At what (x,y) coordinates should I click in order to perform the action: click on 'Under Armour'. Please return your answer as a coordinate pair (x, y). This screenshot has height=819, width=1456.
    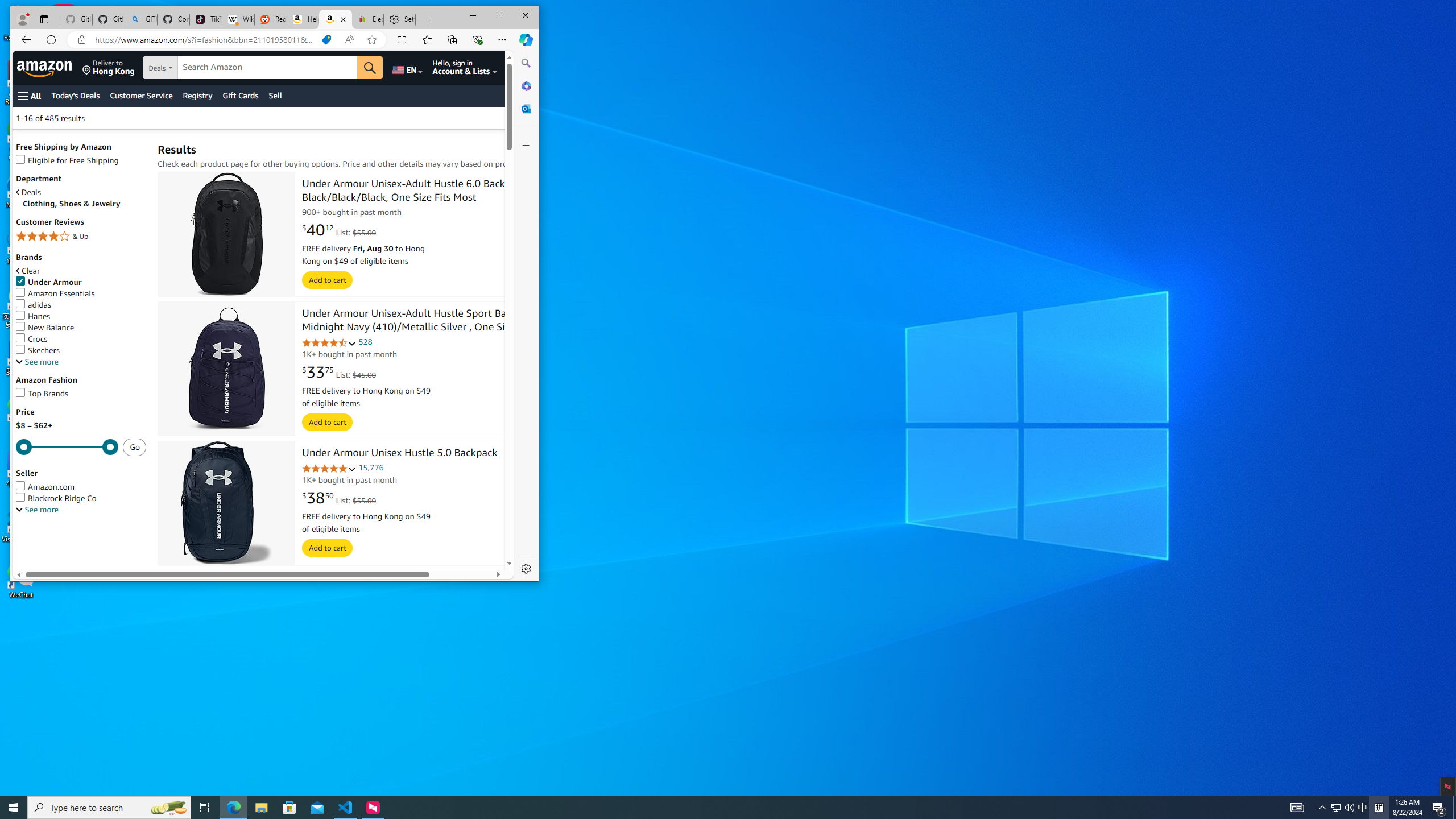
    Looking at the image, I should click on (81, 282).